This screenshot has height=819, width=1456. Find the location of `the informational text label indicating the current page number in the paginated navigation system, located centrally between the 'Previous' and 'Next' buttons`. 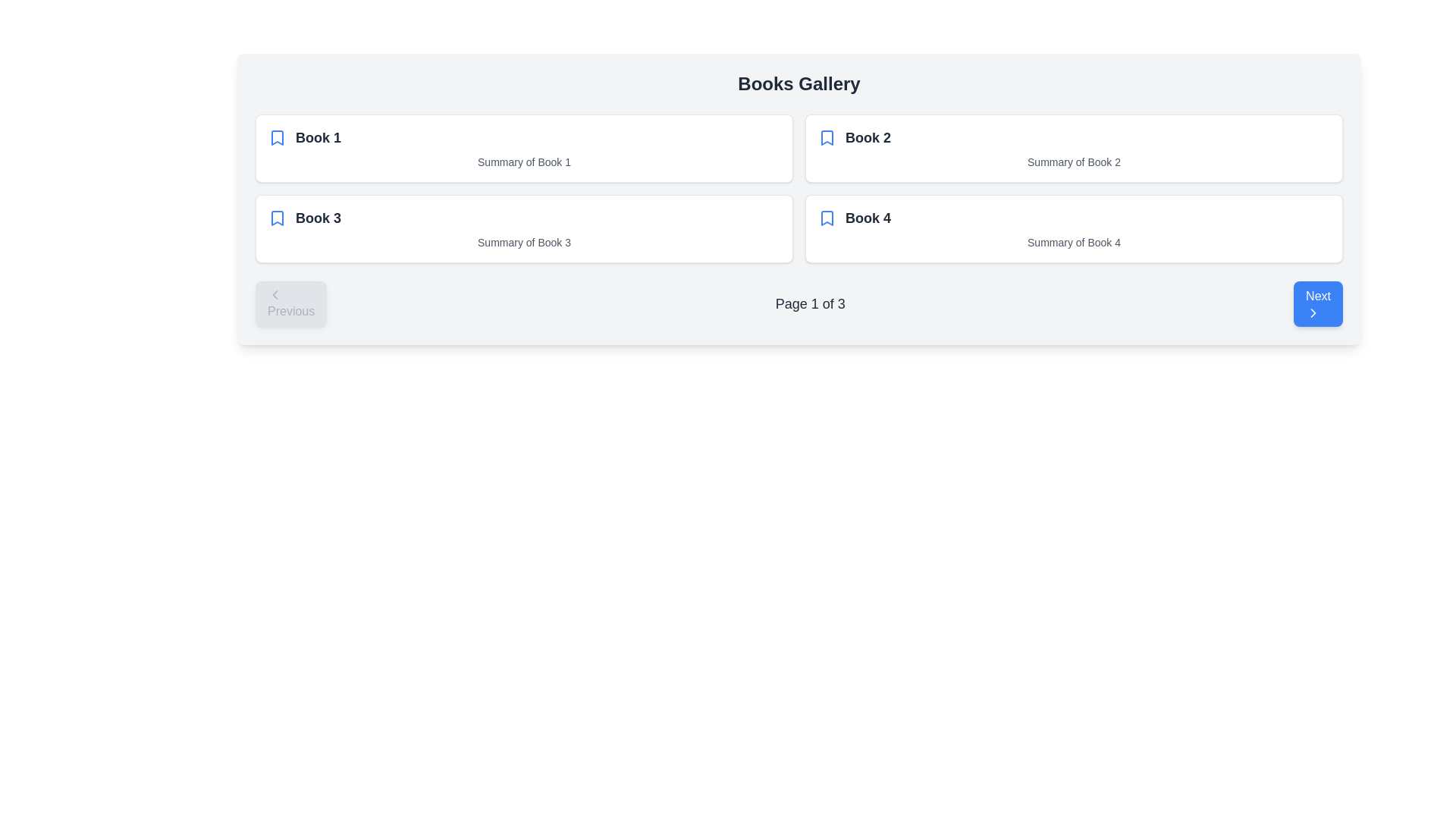

the informational text label indicating the current page number in the paginated navigation system, located centrally between the 'Previous' and 'Next' buttons is located at coordinates (809, 304).